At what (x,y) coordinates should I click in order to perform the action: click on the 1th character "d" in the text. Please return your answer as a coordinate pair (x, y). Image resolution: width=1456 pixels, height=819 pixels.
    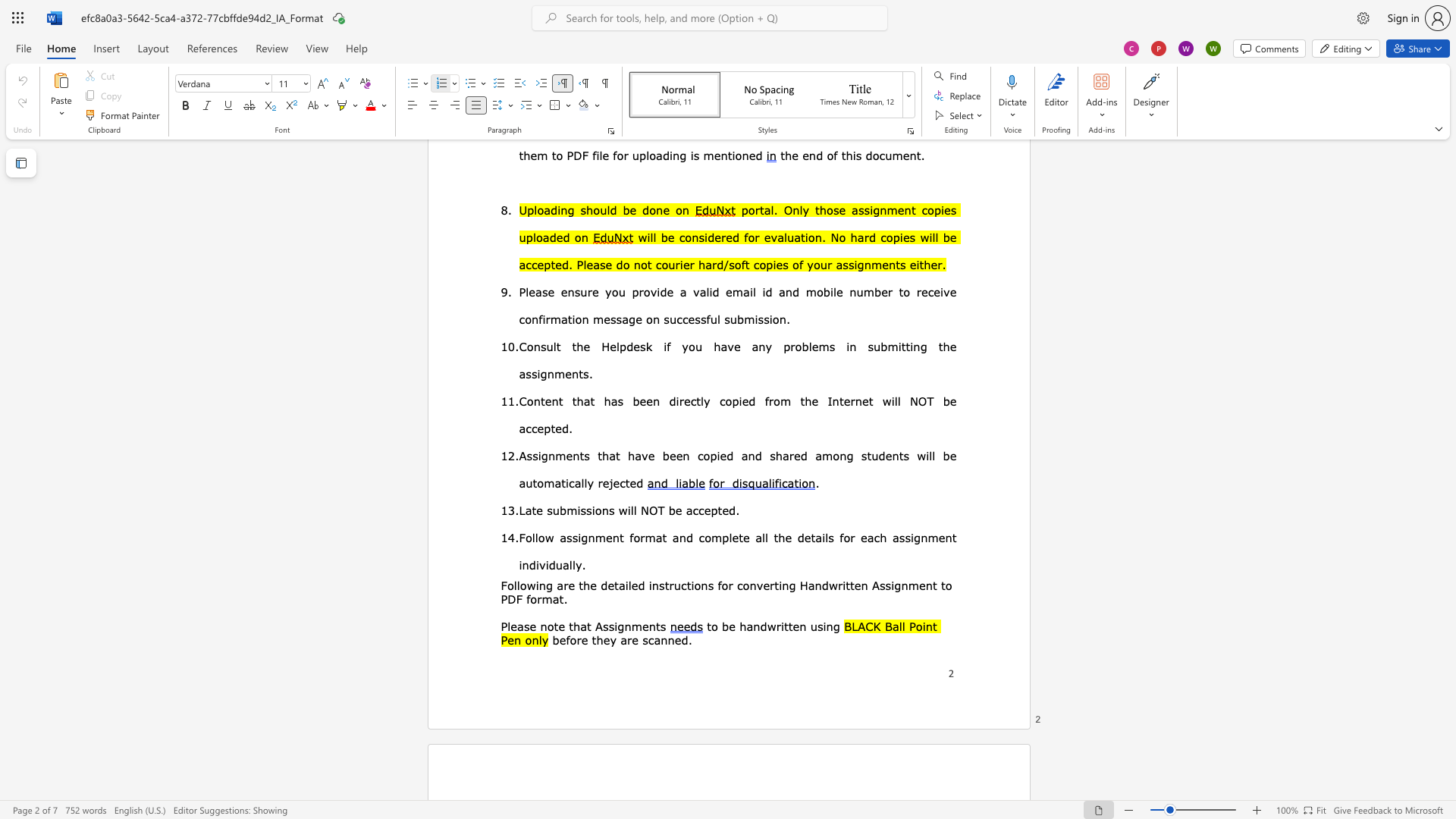
    Looking at the image, I should click on (603, 584).